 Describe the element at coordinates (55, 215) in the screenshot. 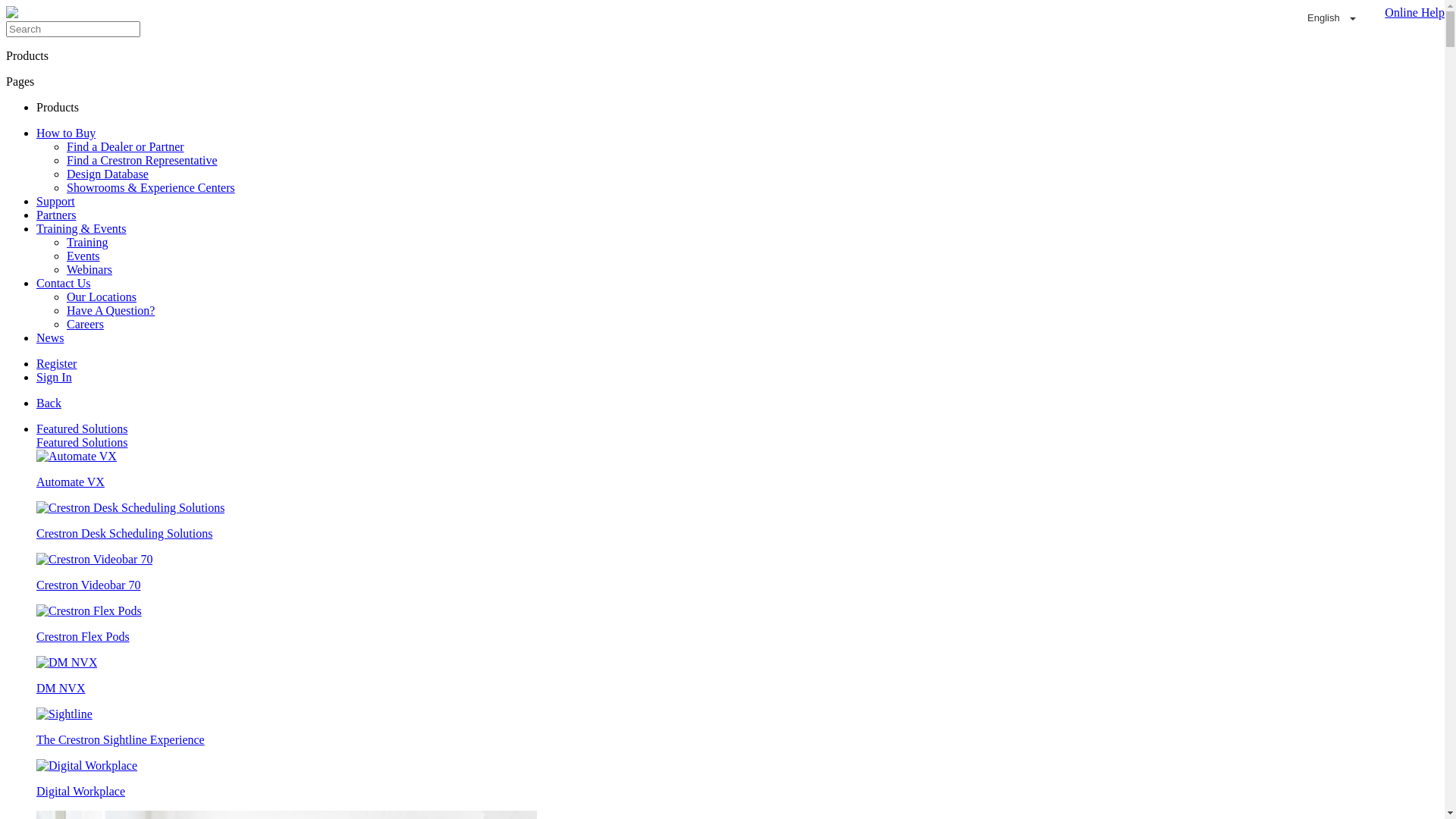

I see `'Partners'` at that location.